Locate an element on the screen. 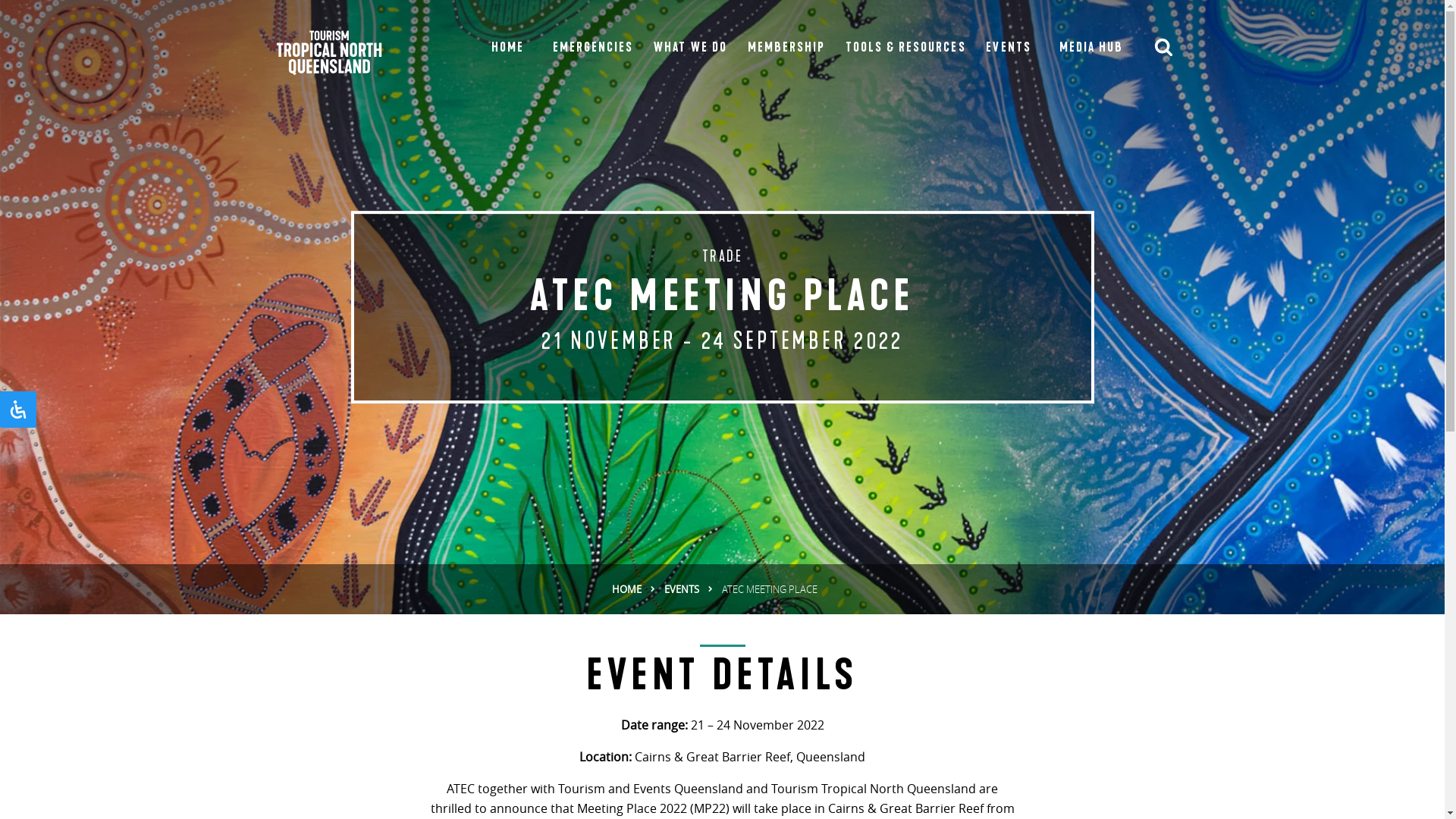 Image resolution: width=1456 pixels, height=819 pixels. 'Accessibility' is located at coordinates (18, 409).